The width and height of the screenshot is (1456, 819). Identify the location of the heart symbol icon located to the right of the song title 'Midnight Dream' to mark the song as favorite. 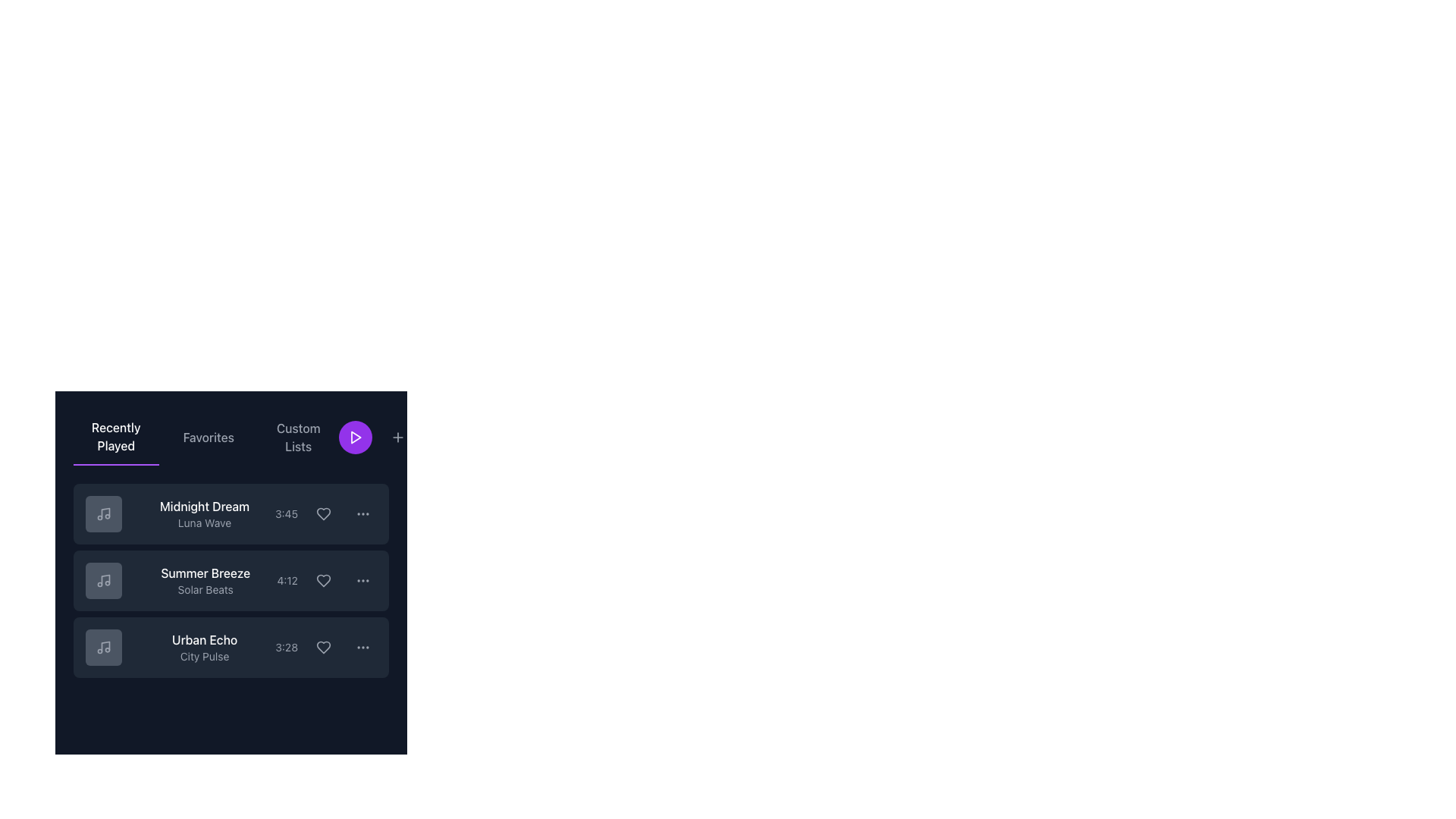
(323, 513).